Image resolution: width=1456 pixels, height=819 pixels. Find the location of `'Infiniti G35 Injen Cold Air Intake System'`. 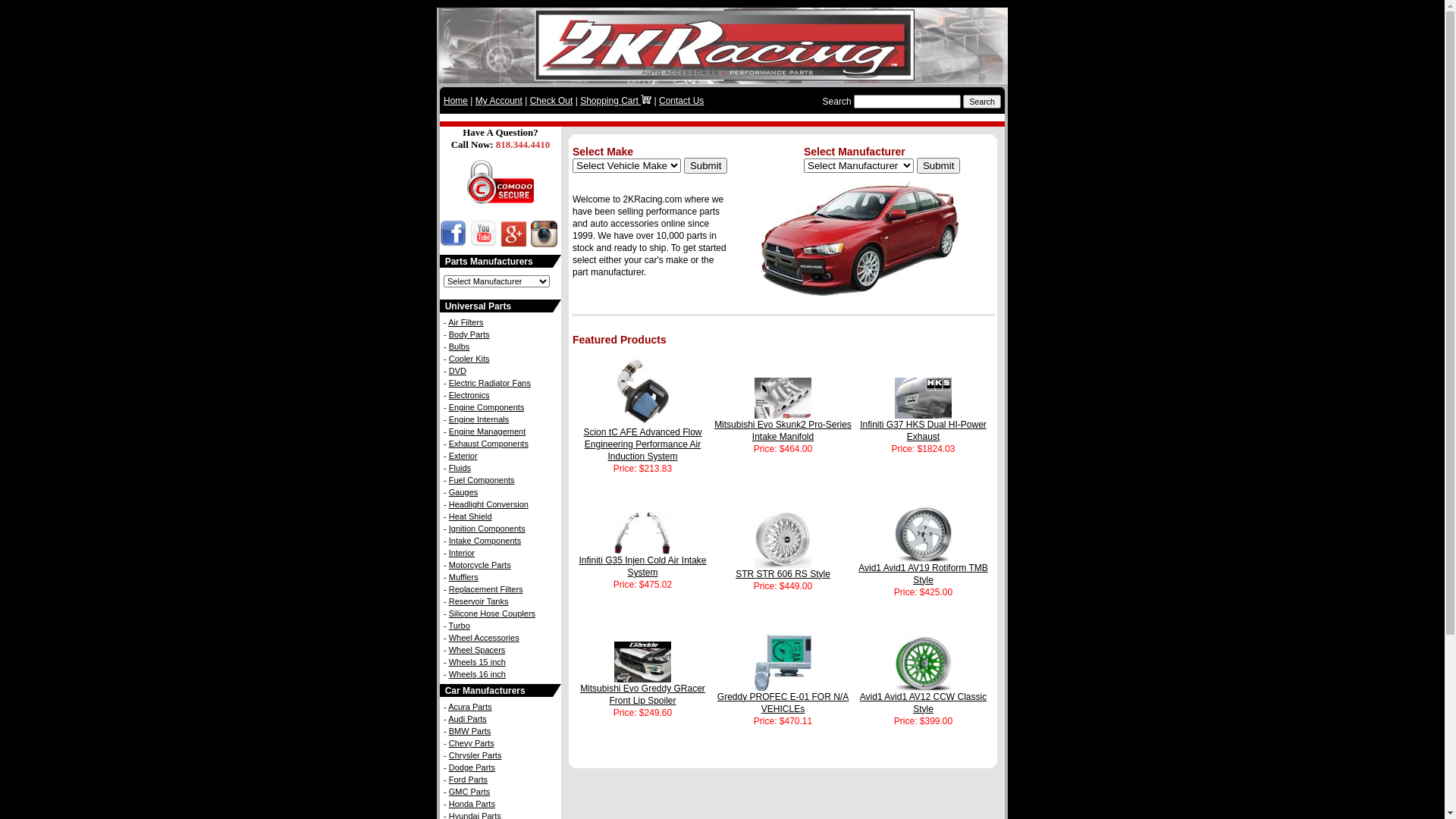

'Infiniti G35 Injen Cold Air Intake System' is located at coordinates (642, 561).